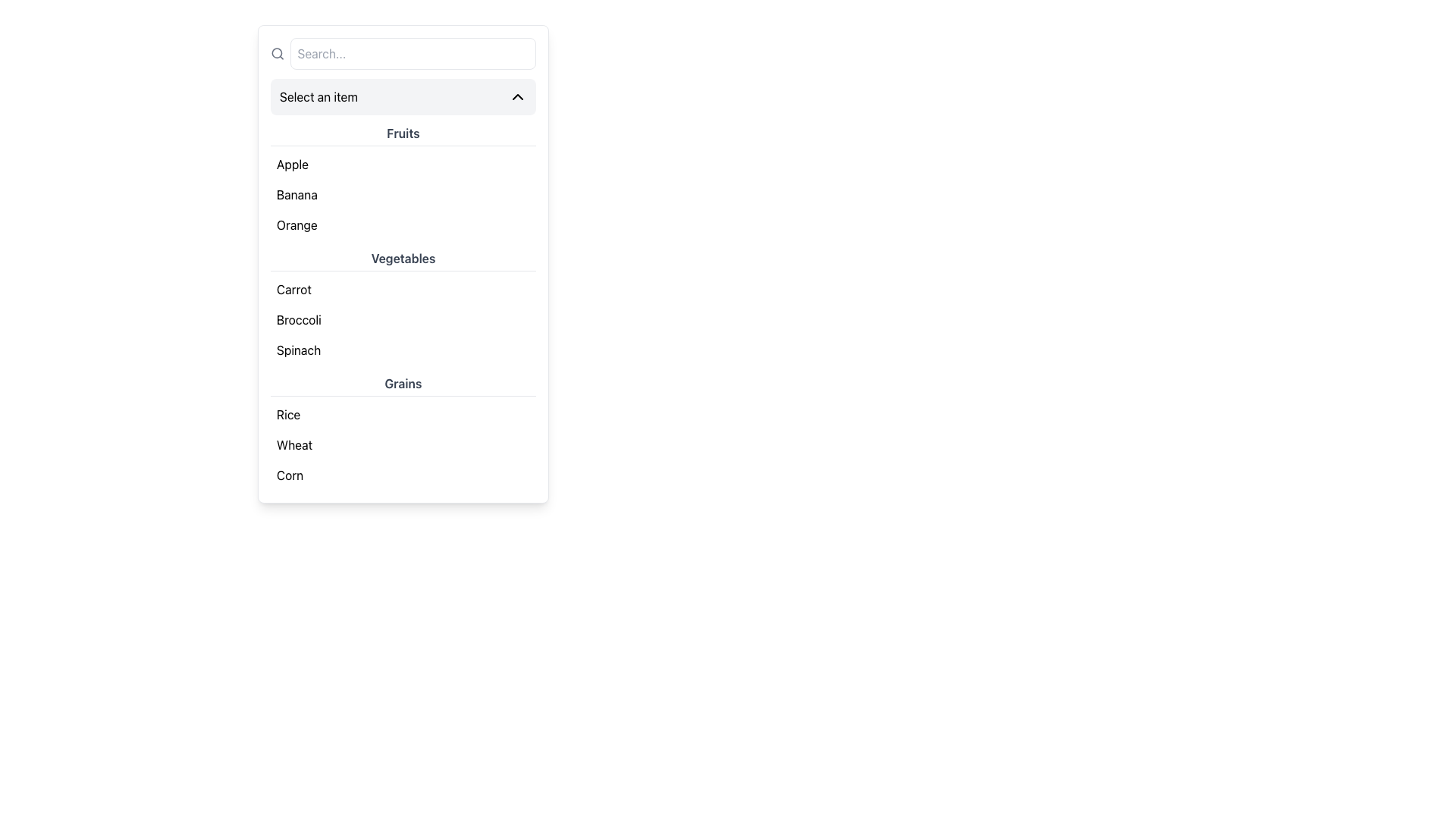  Describe the element at coordinates (297, 194) in the screenshot. I see `the text label representing 'Banana' in the dropdown menu` at that location.